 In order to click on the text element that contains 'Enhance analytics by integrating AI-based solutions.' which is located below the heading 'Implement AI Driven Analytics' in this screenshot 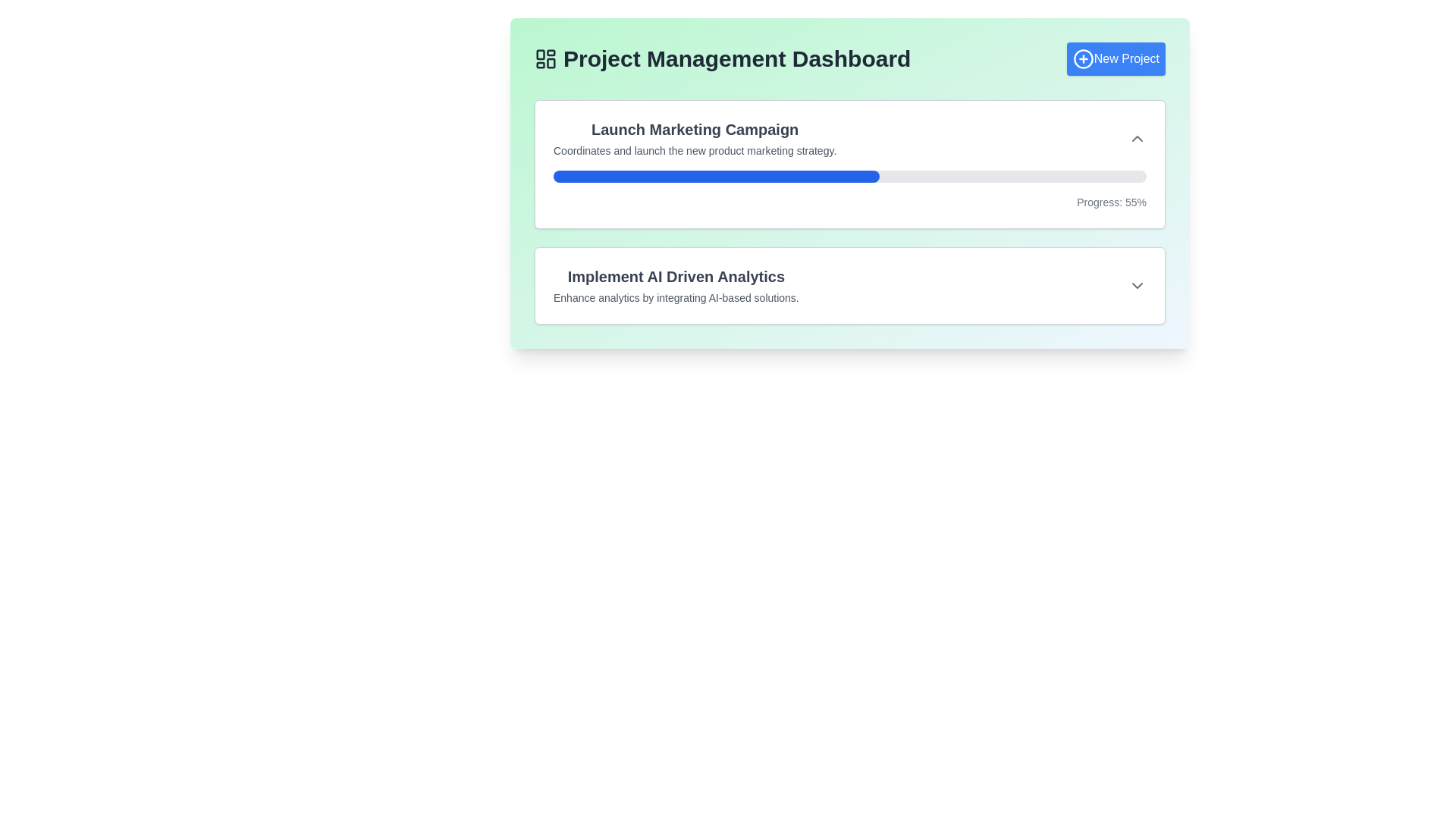, I will do `click(675, 298)`.